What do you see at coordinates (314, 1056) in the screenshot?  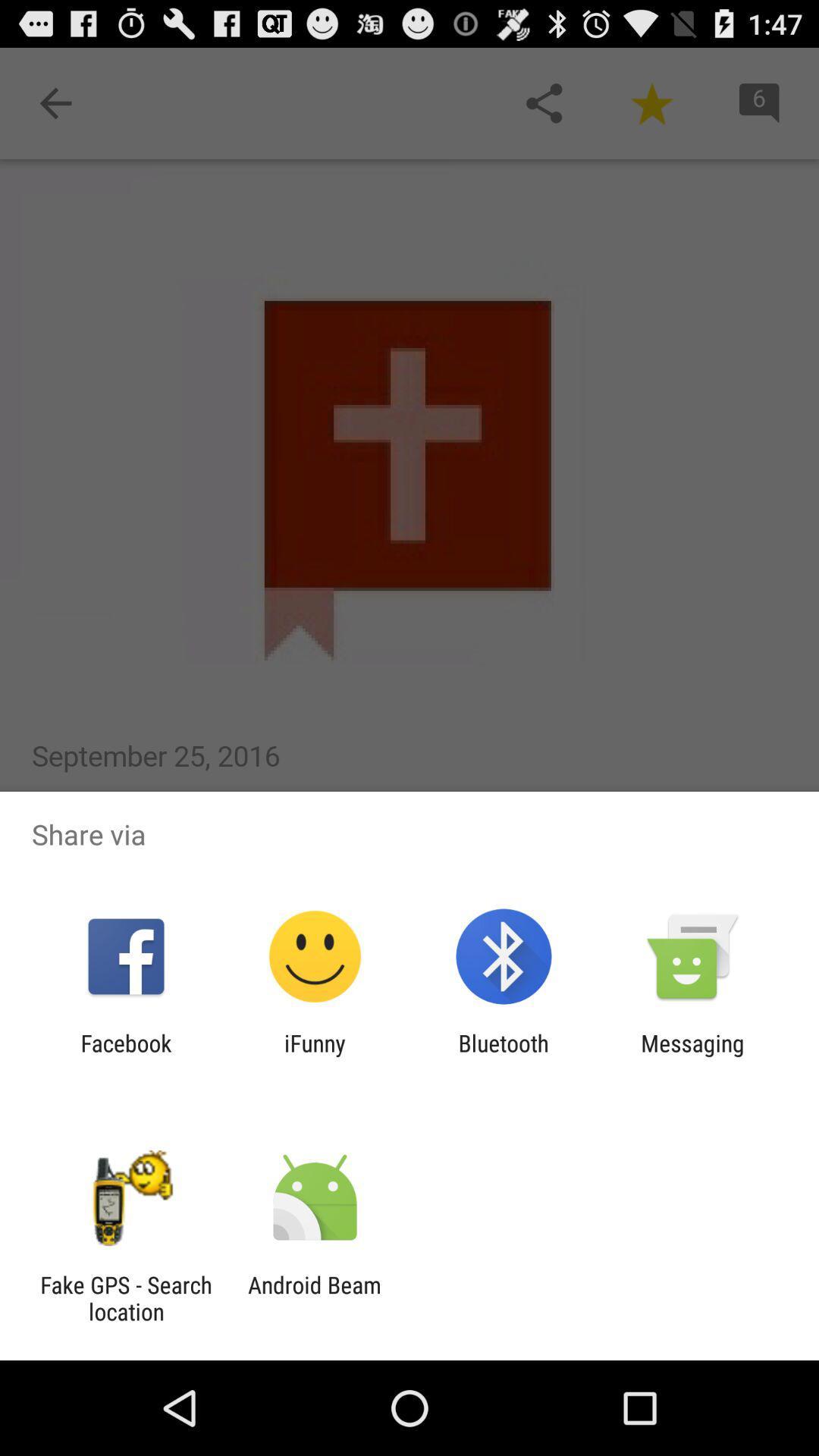 I see `item next to the bluetooth item` at bounding box center [314, 1056].